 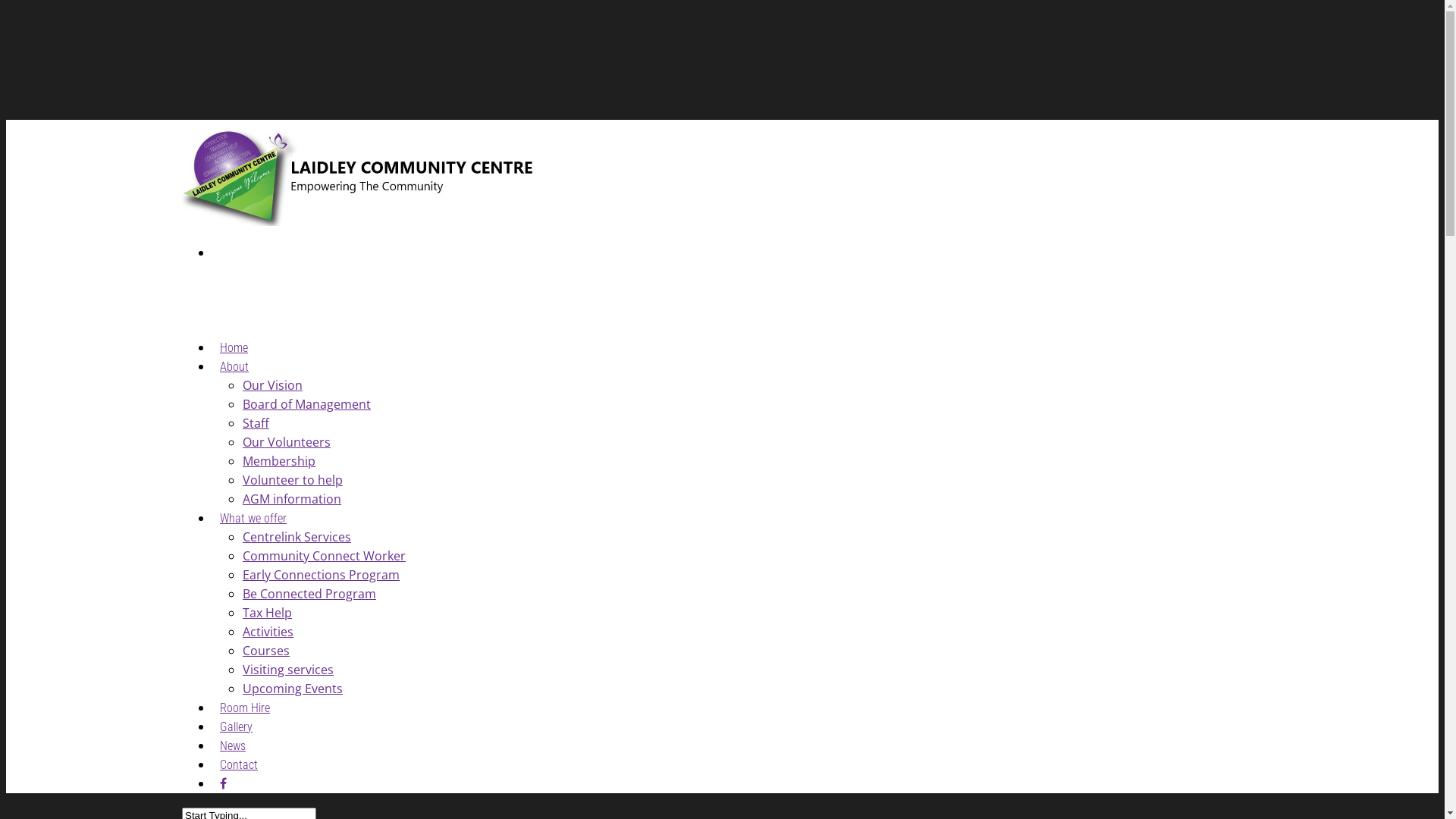 What do you see at coordinates (291, 499) in the screenshot?
I see `'AGM information'` at bounding box center [291, 499].